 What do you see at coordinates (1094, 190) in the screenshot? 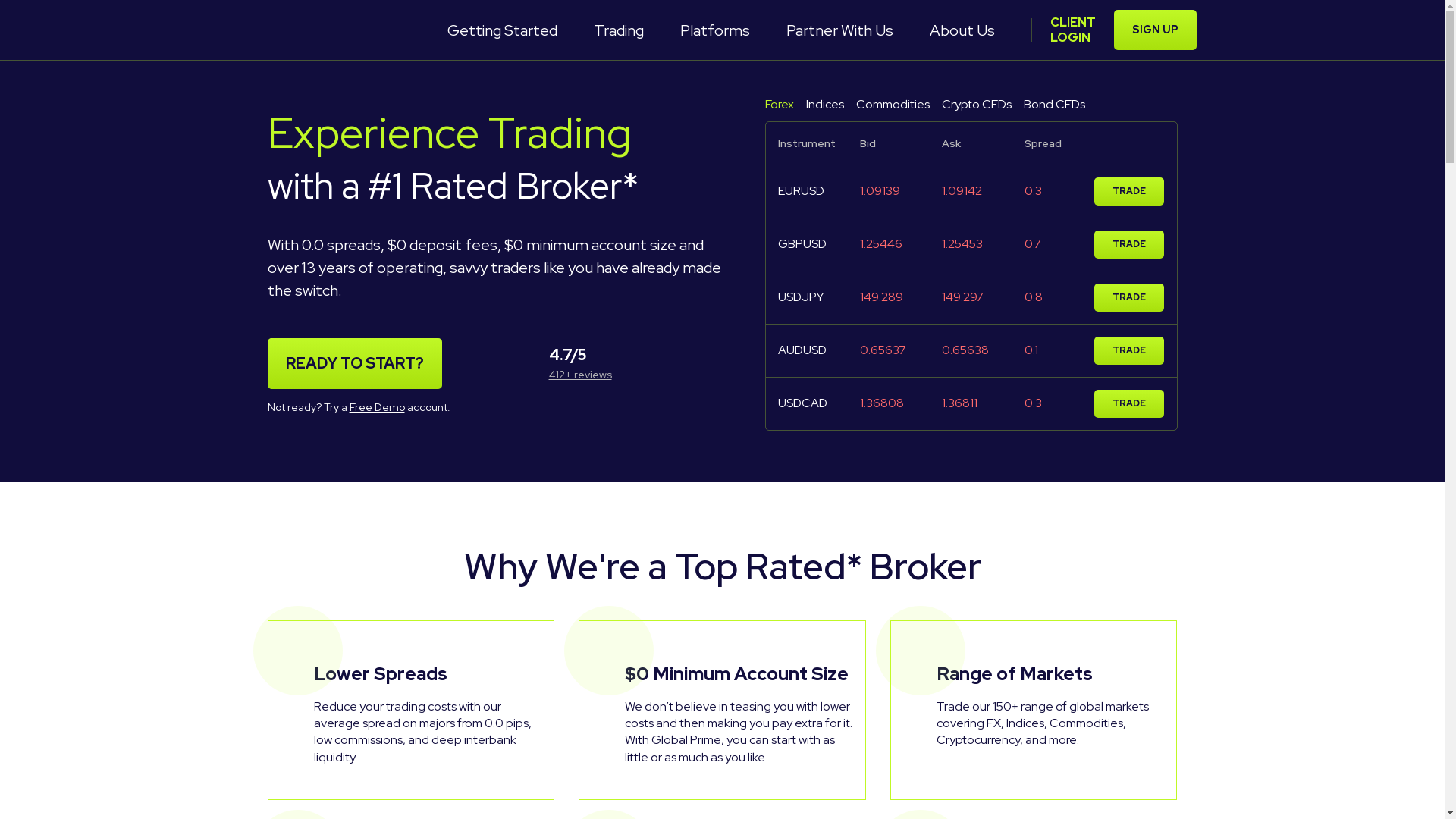
I see `'TRADE'` at bounding box center [1094, 190].